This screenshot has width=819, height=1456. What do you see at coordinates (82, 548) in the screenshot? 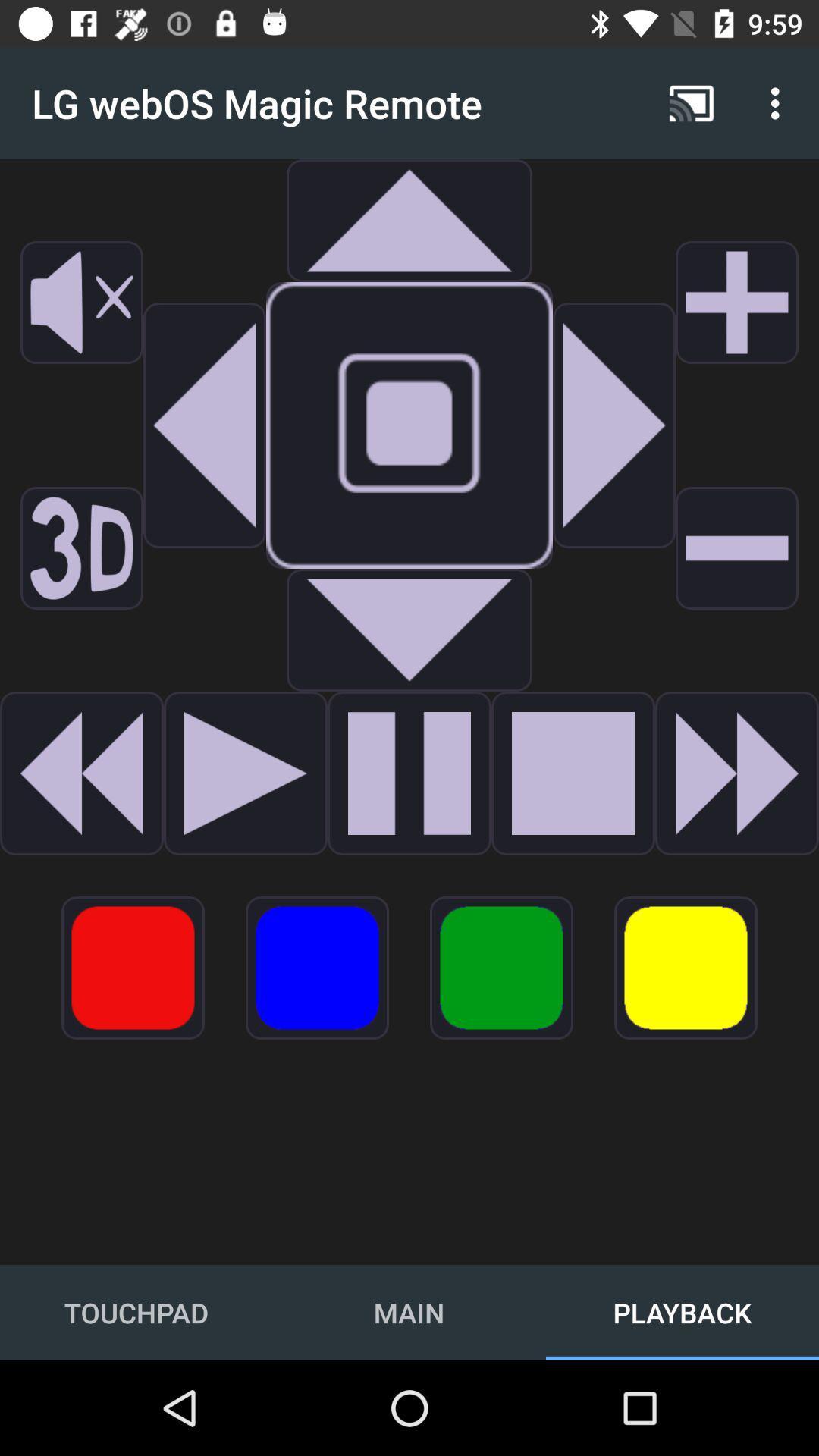
I see `3d option` at bounding box center [82, 548].